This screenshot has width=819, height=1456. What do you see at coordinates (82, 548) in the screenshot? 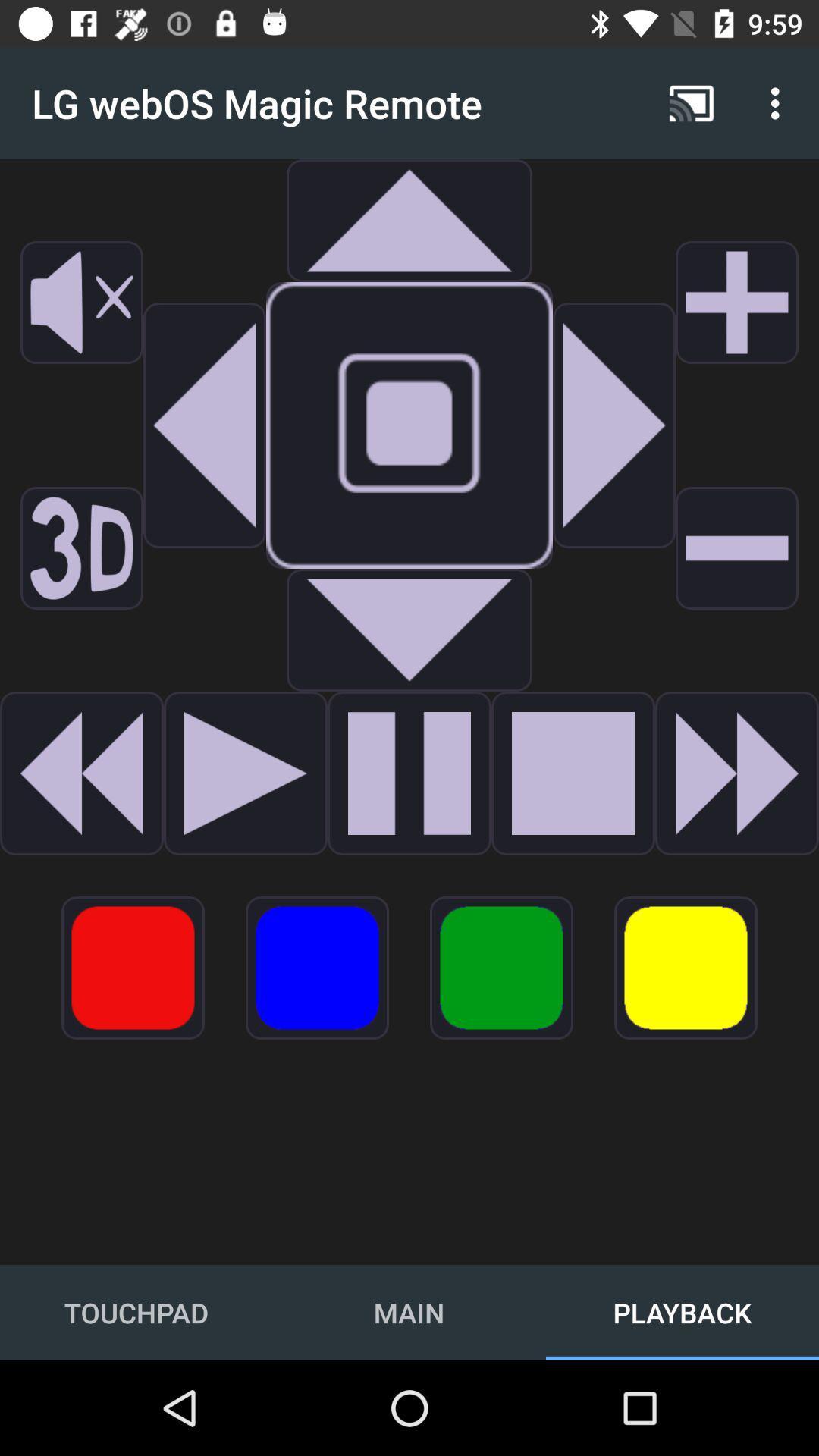
I see `3d option` at bounding box center [82, 548].